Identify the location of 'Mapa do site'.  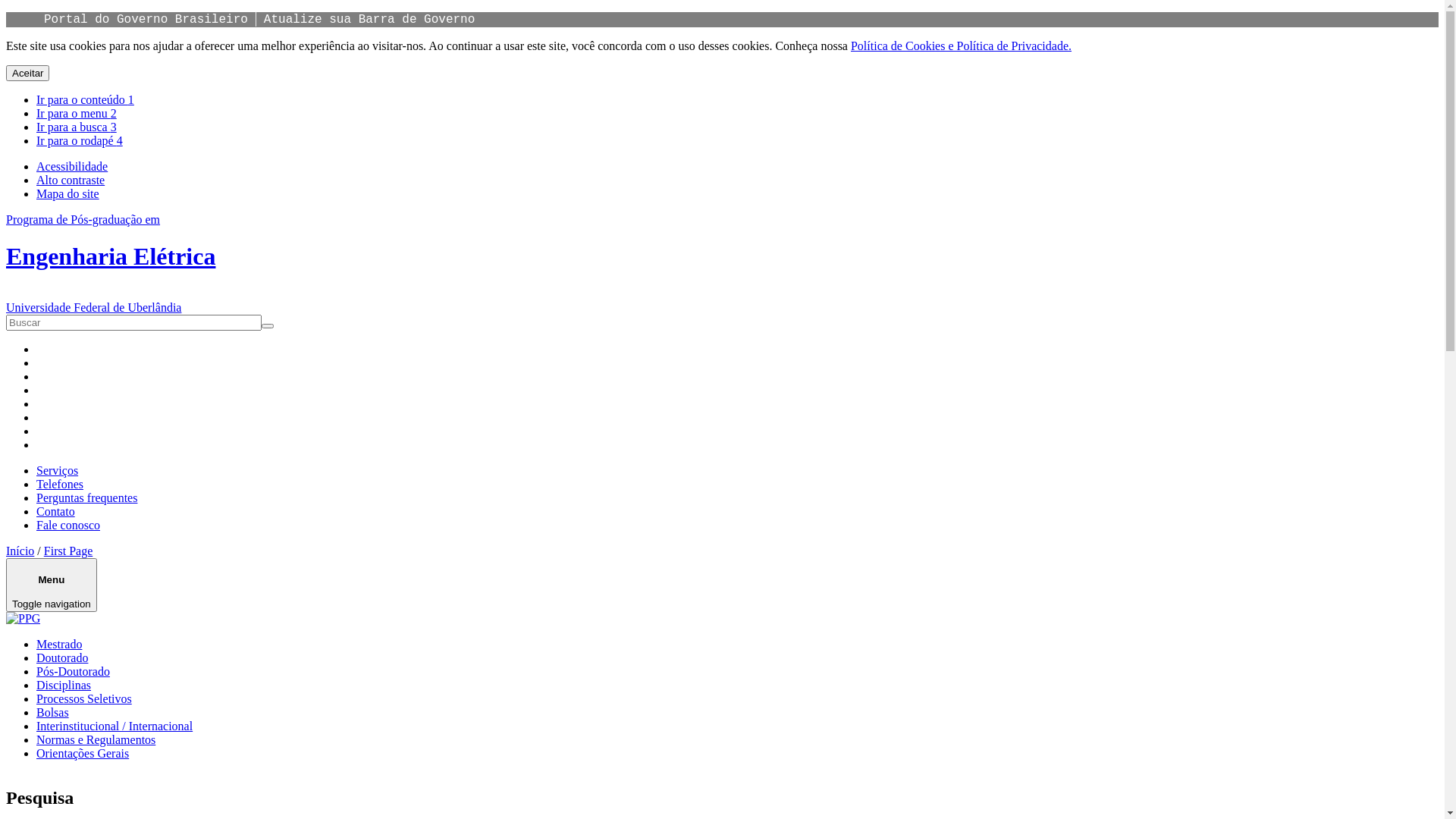
(67, 193).